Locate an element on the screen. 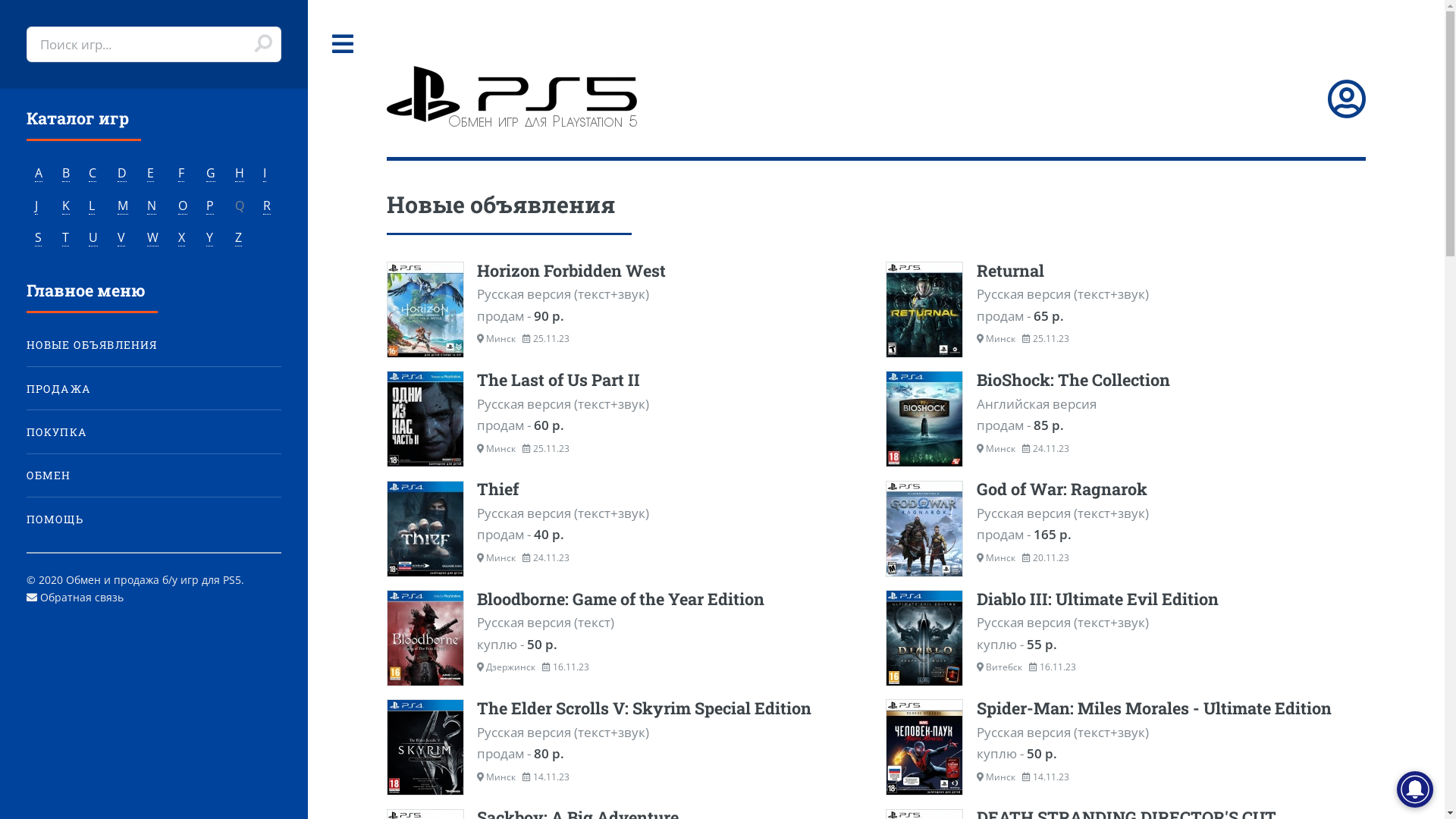 The image size is (1456, 819). 'G' is located at coordinates (206, 172).